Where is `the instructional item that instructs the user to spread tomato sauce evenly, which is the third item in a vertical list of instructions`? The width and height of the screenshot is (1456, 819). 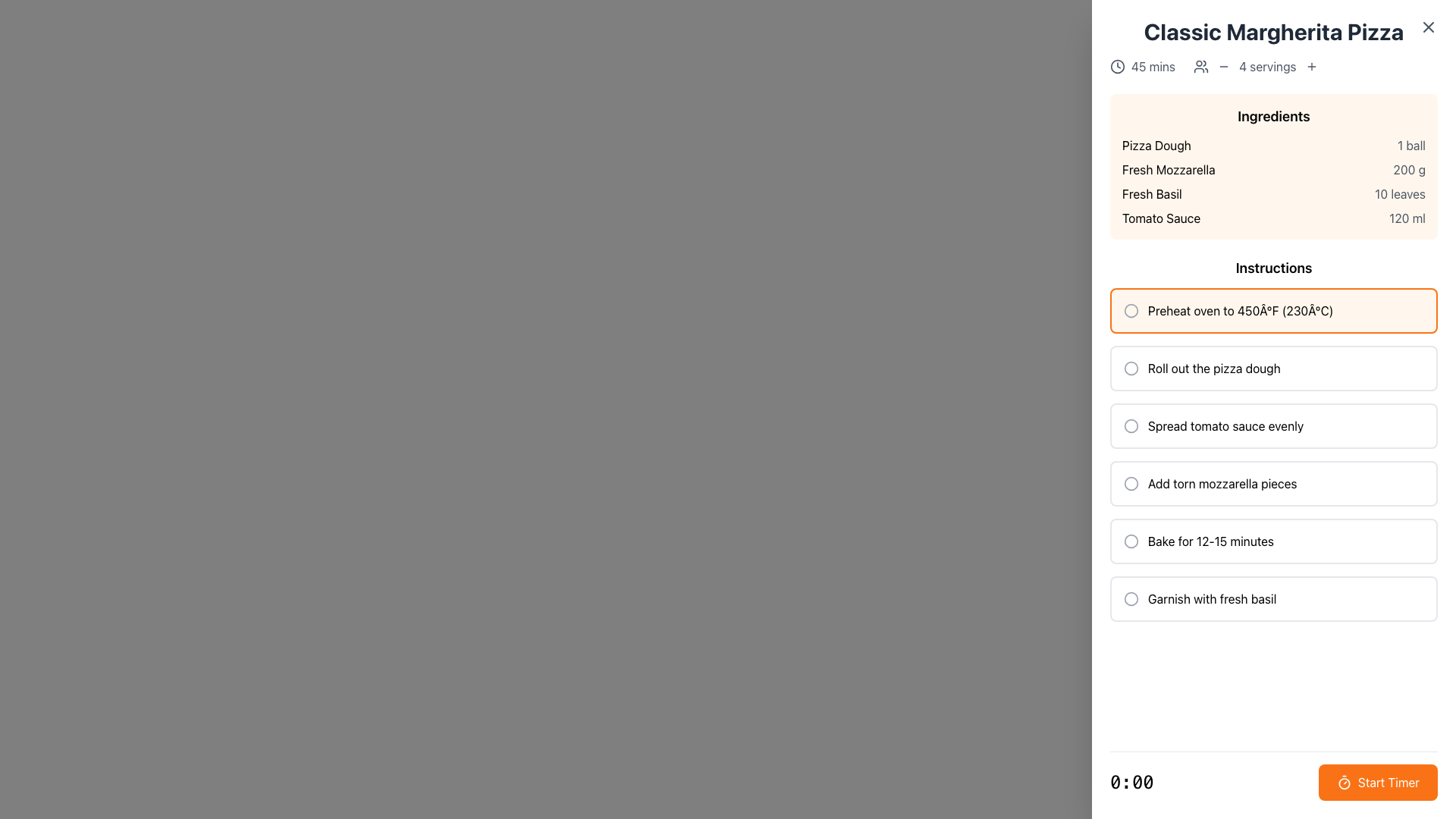 the instructional item that instructs the user to spread tomato sauce evenly, which is the third item in a vertical list of instructions is located at coordinates (1274, 426).